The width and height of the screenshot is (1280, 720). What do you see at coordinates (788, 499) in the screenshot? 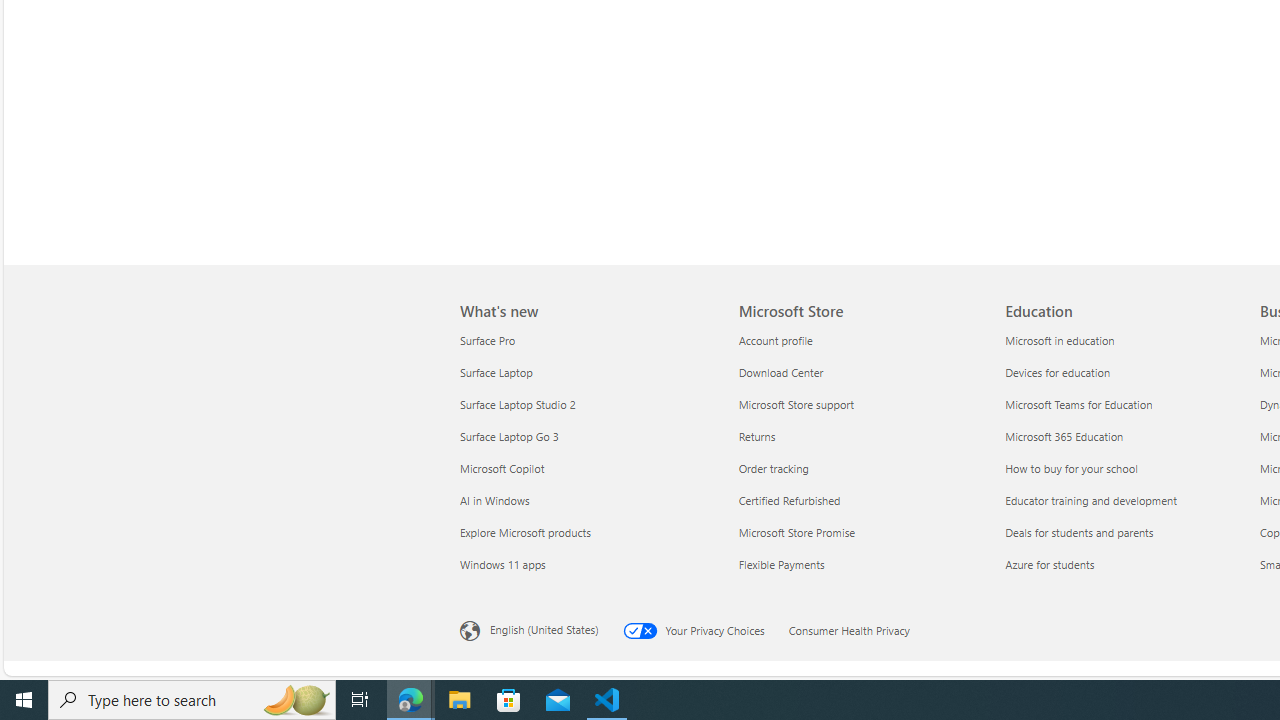
I see `'Certified Refurbished Microsoft Store'` at bounding box center [788, 499].